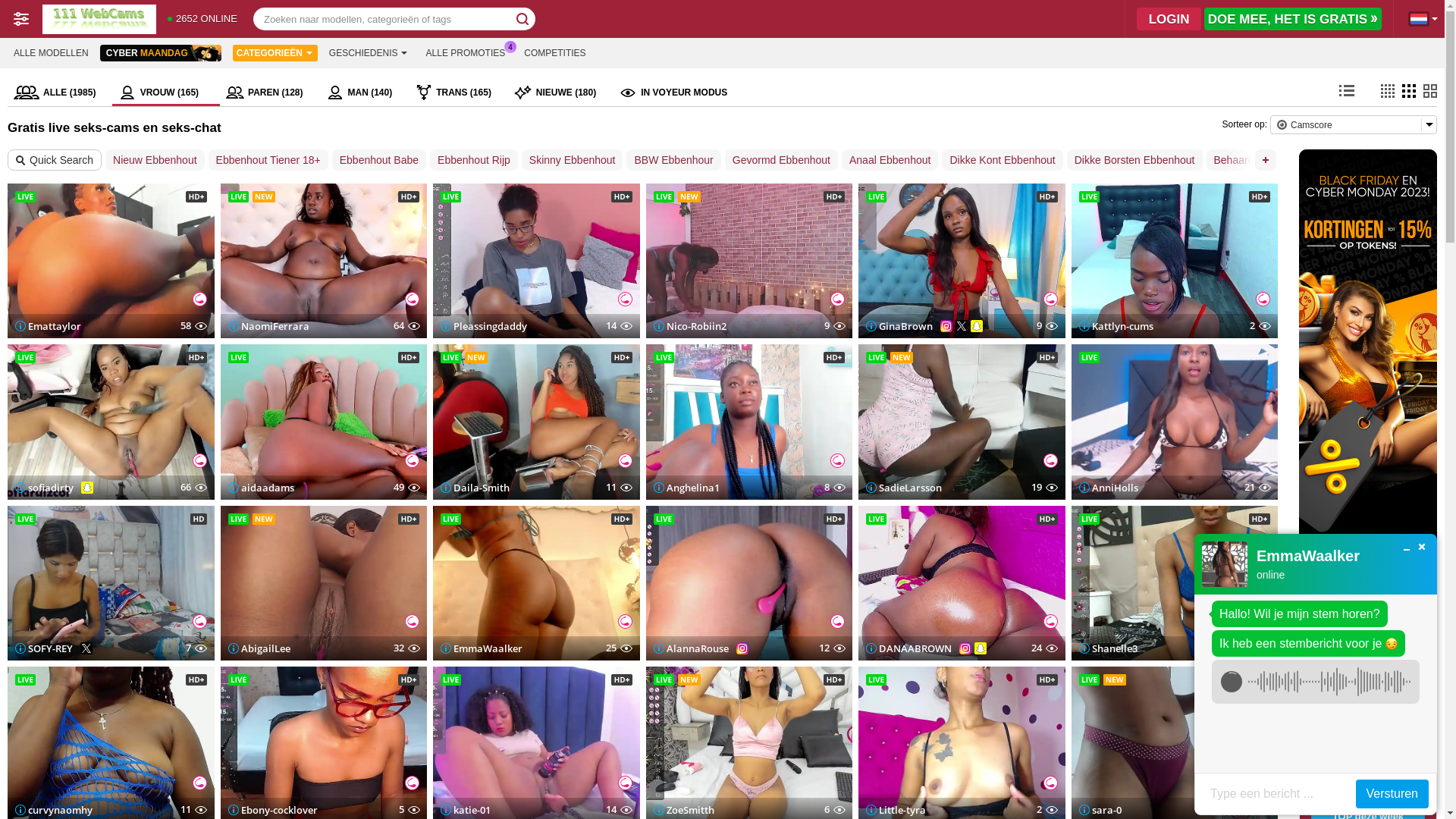  Describe the element at coordinates (1099, 808) in the screenshot. I see `'sara-0'` at that location.